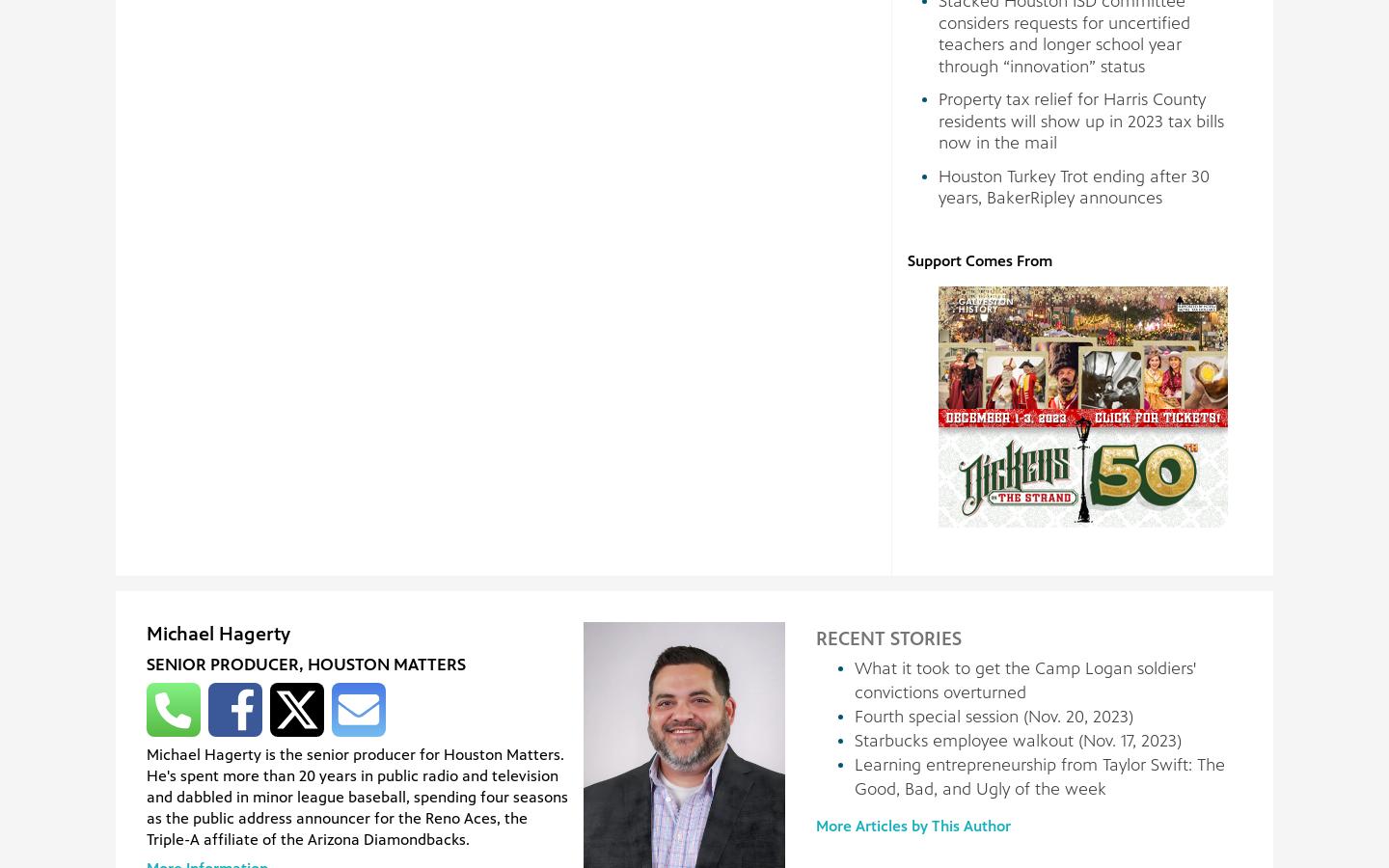  What do you see at coordinates (994, 714) in the screenshot?
I see `'Fourth special session (Nov. 20, 2023)'` at bounding box center [994, 714].